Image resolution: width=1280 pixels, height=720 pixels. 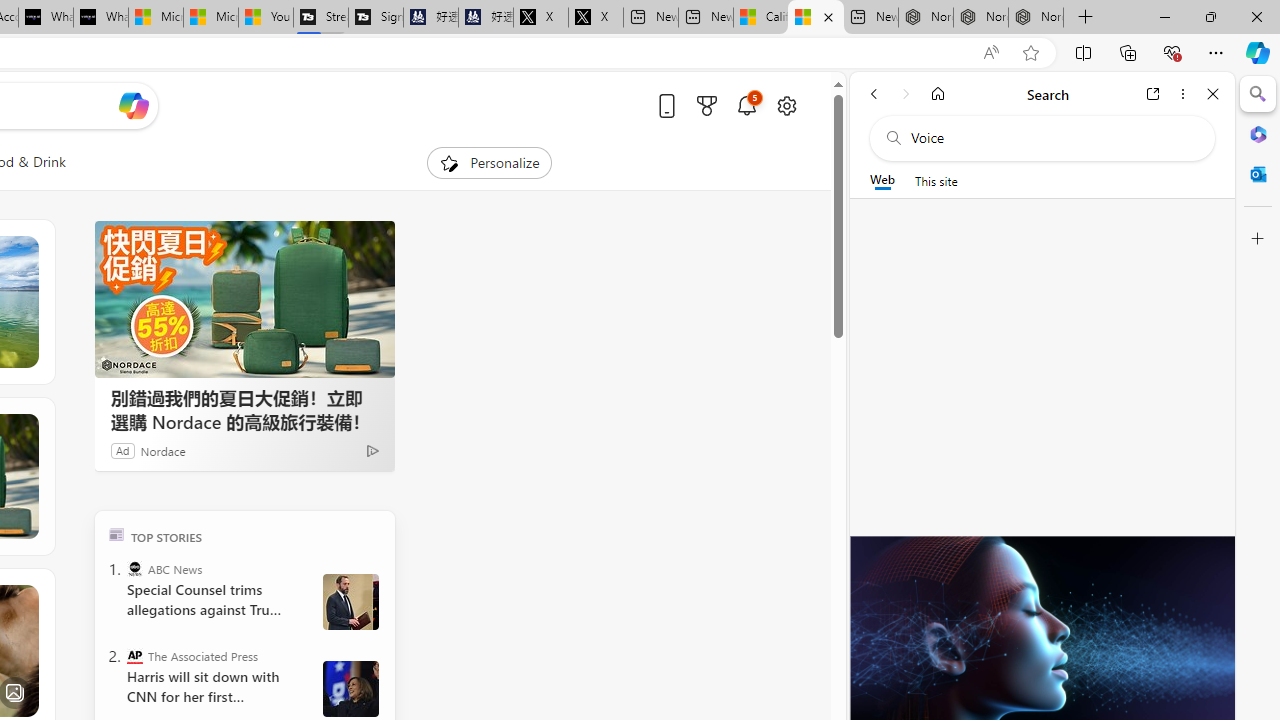 What do you see at coordinates (1257, 238) in the screenshot?
I see `'Customize'` at bounding box center [1257, 238].